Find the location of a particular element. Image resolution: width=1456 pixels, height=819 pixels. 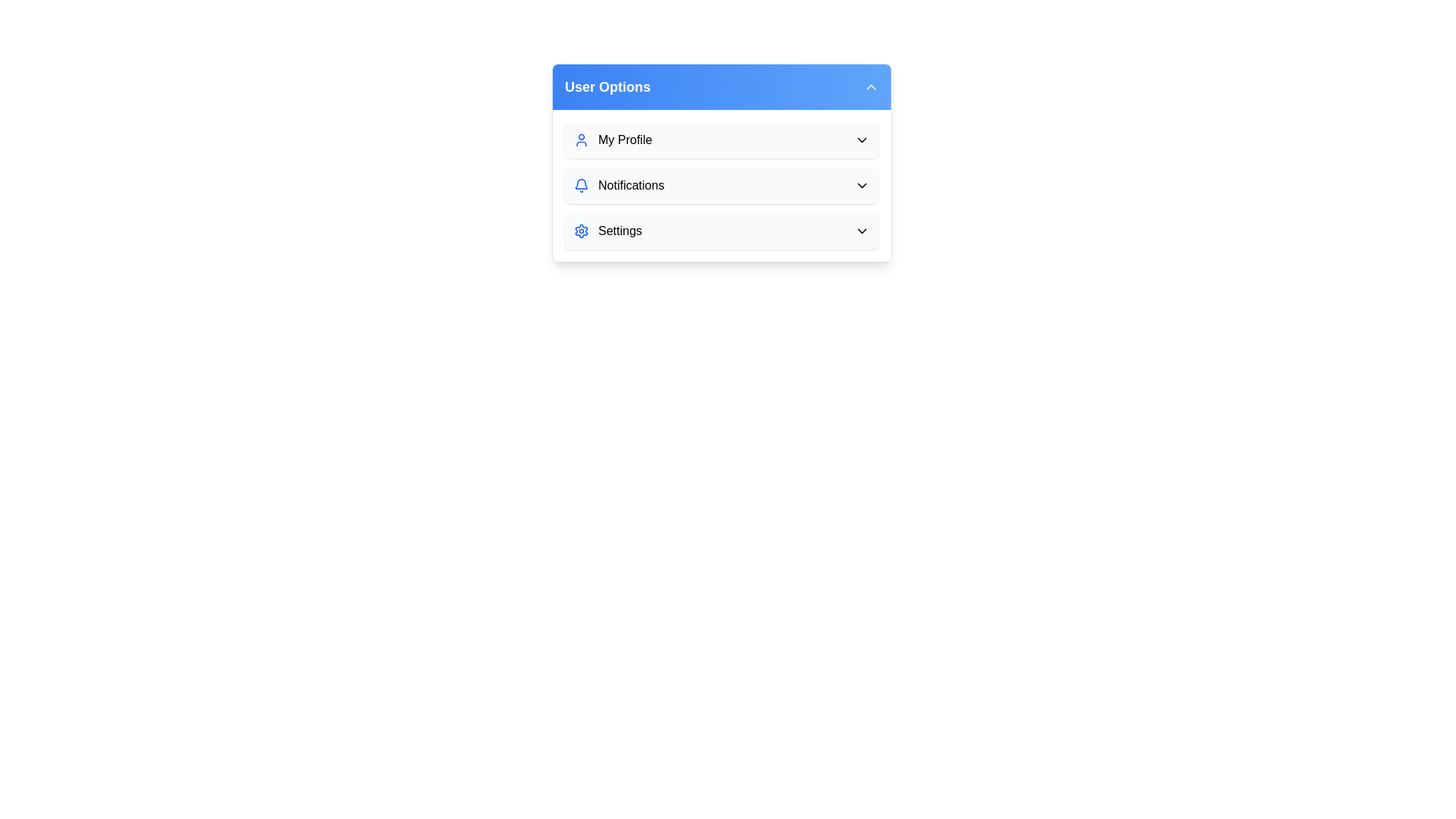

the 'User Options' text label, which is styled in bold with white text on a blue gradient background, located at the top-left corner of a dropdown menu is located at coordinates (607, 87).